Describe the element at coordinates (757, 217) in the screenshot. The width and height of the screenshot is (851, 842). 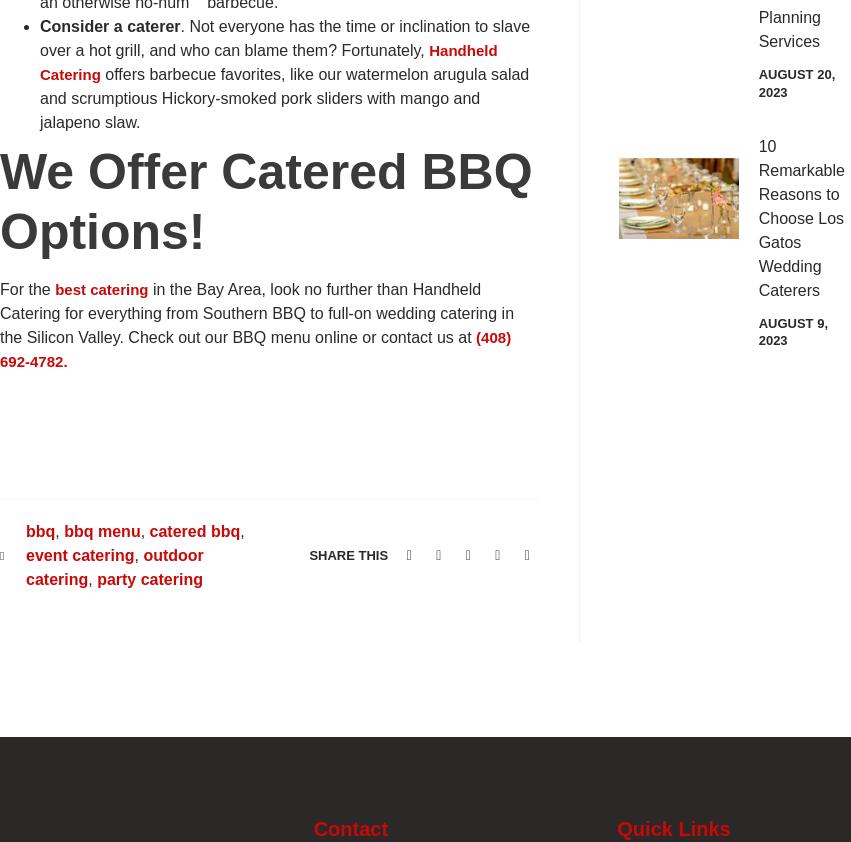
I see `'10 Remarkable Reasons to Choose Los Gatos Wedding Caterers'` at that location.